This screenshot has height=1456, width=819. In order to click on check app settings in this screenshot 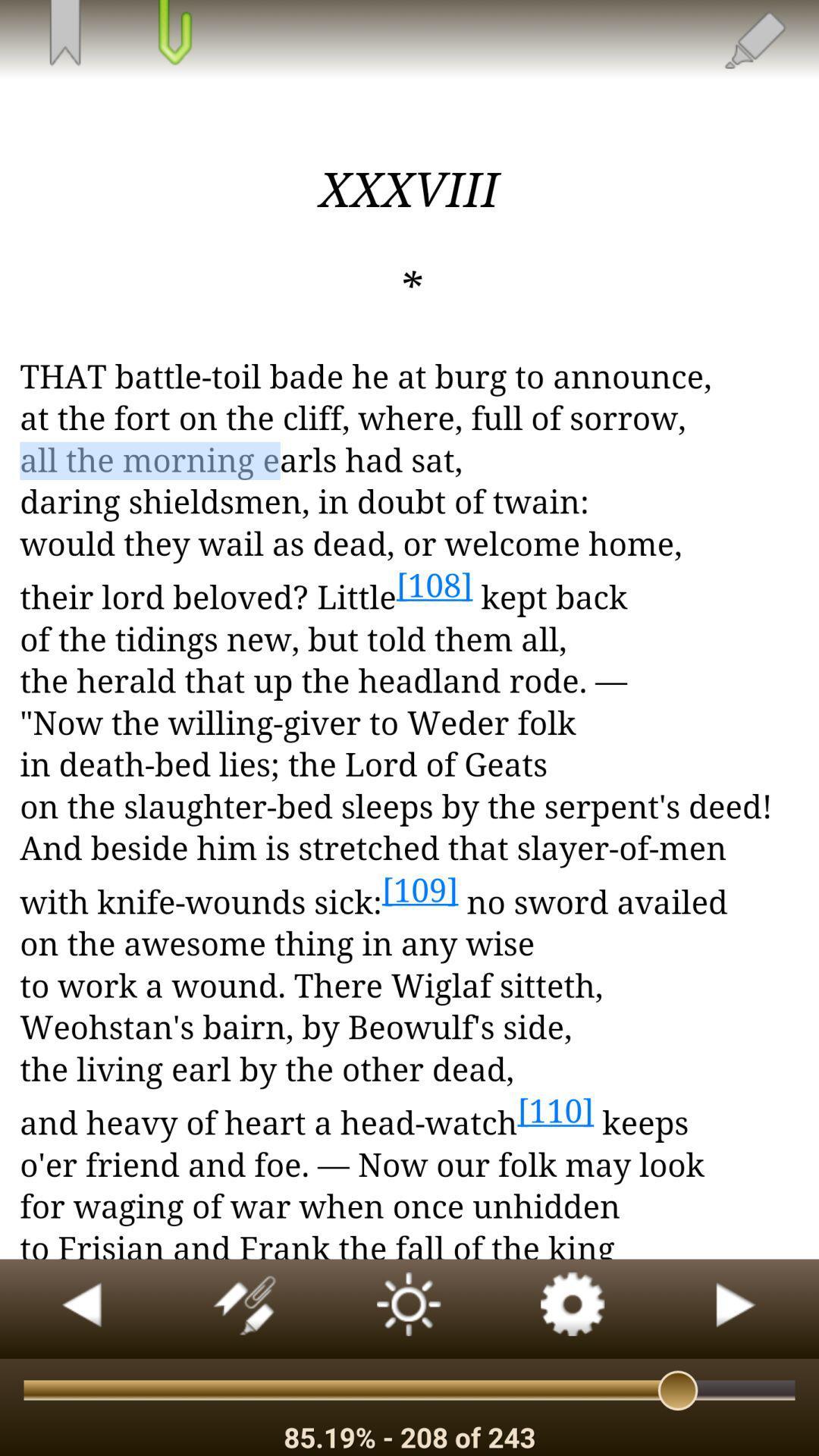, I will do `click(573, 1308)`.